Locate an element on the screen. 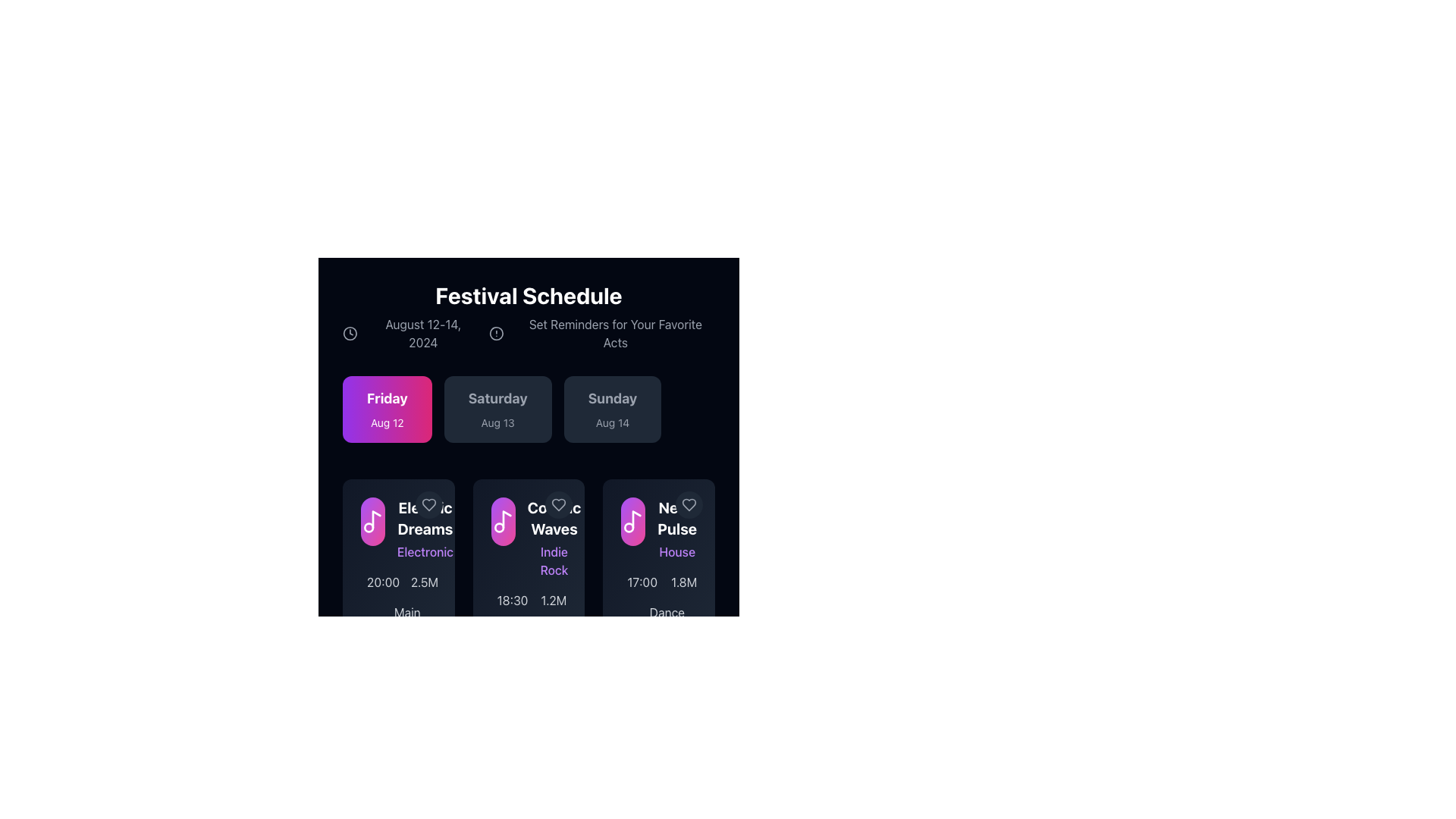  the circular button with a white heart icon is located at coordinates (428, 505).